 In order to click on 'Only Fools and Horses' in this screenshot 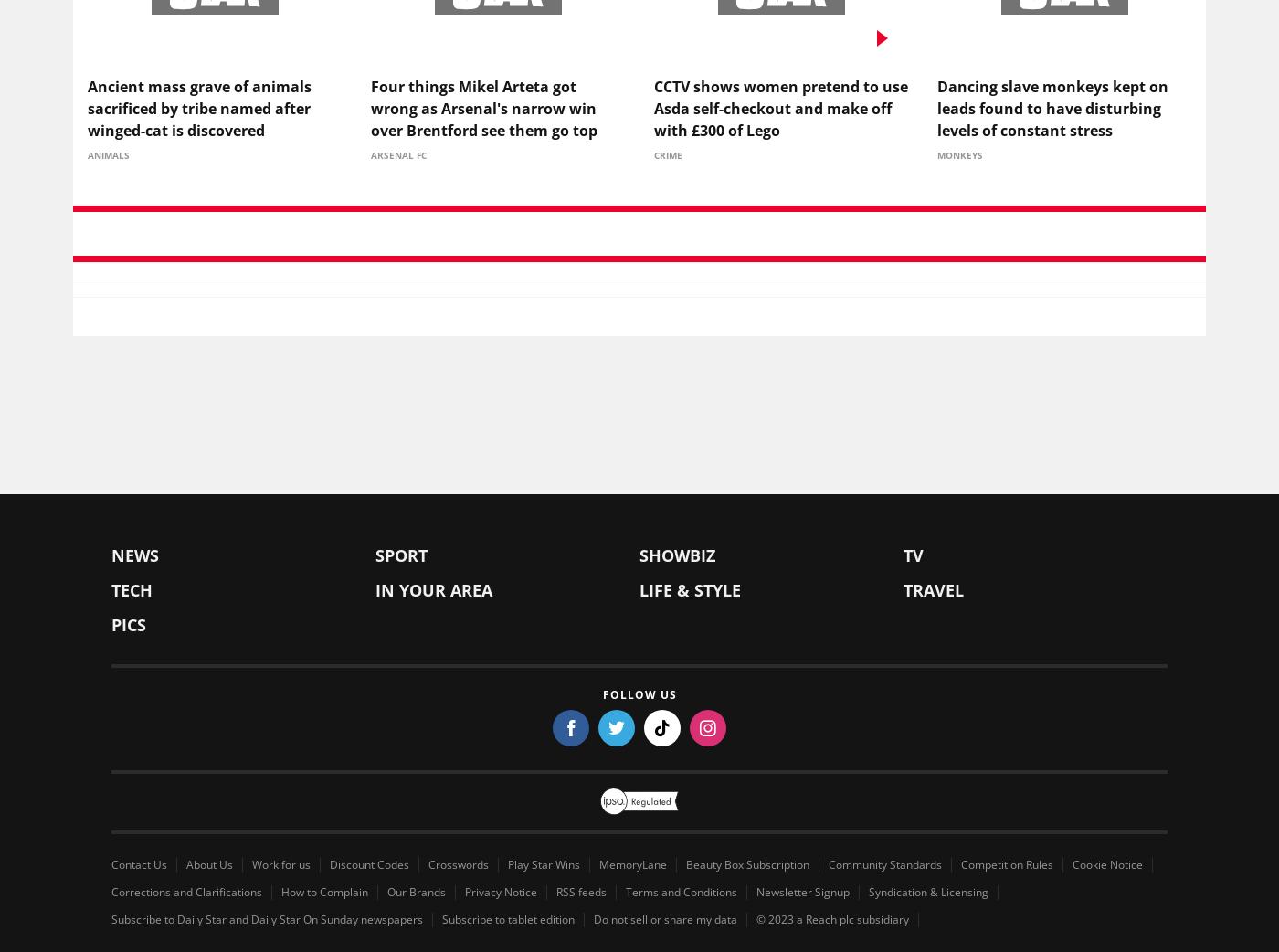, I will do `click(978, 505)`.